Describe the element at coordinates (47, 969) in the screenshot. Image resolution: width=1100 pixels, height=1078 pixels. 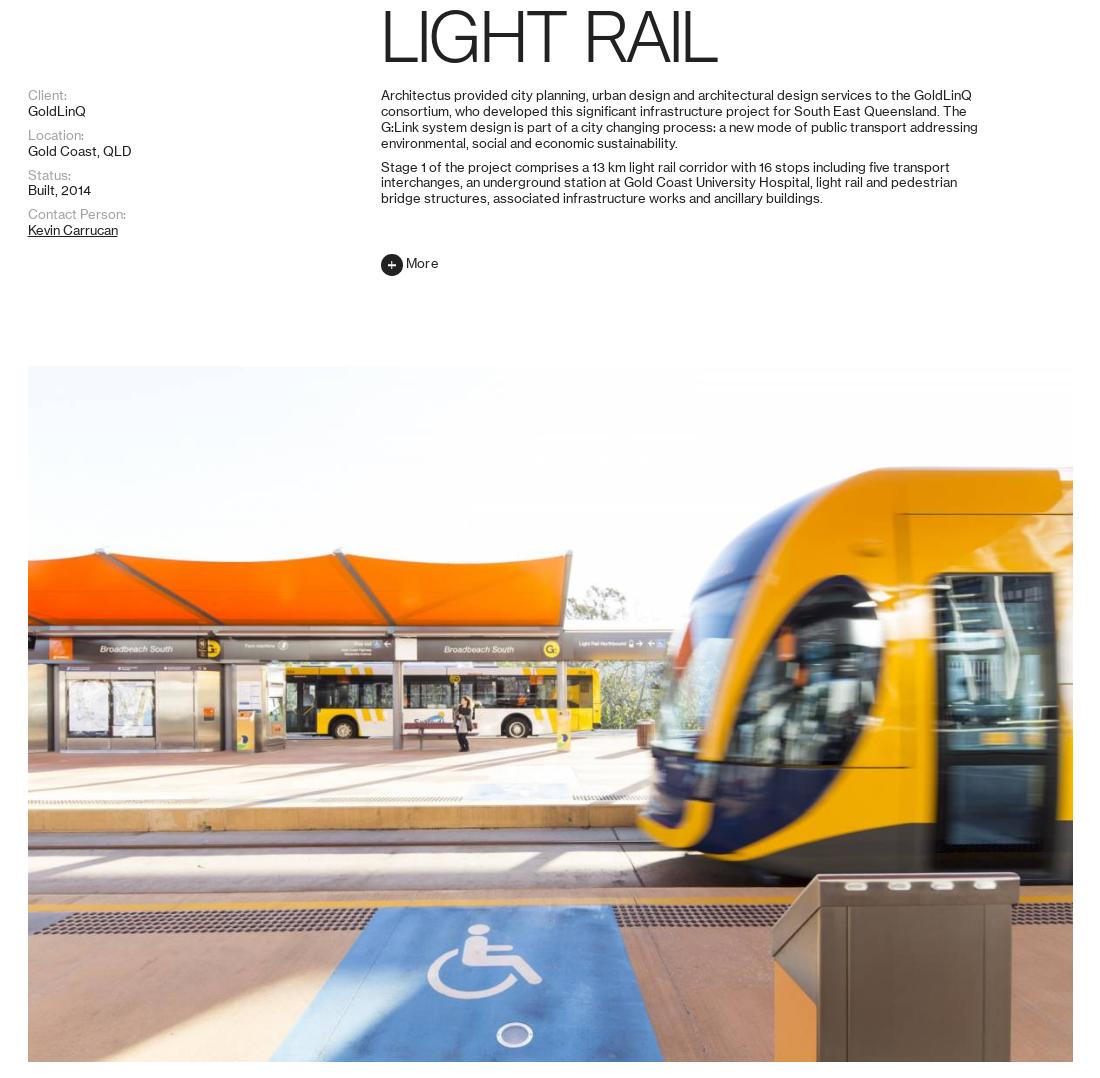
I see `'Status:'` at that location.